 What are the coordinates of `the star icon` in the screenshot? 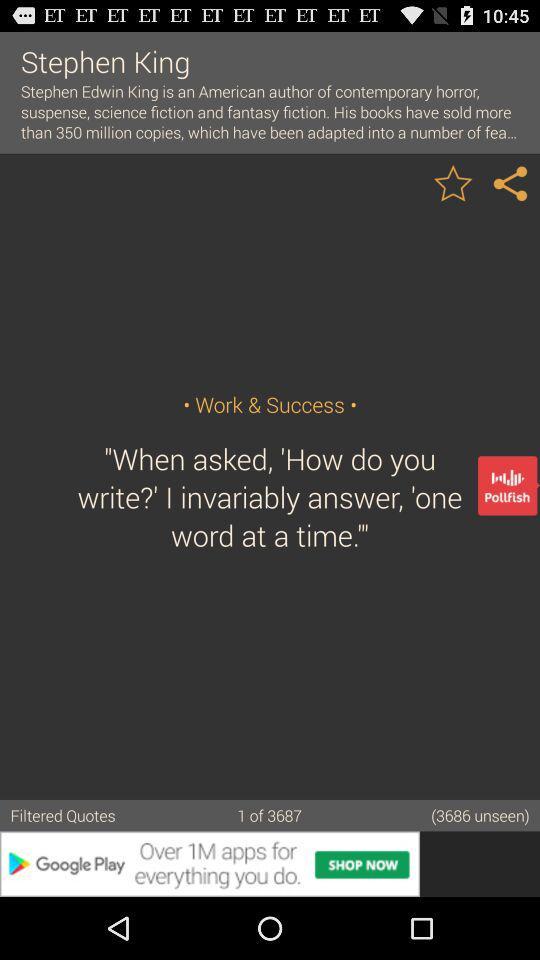 It's located at (453, 195).